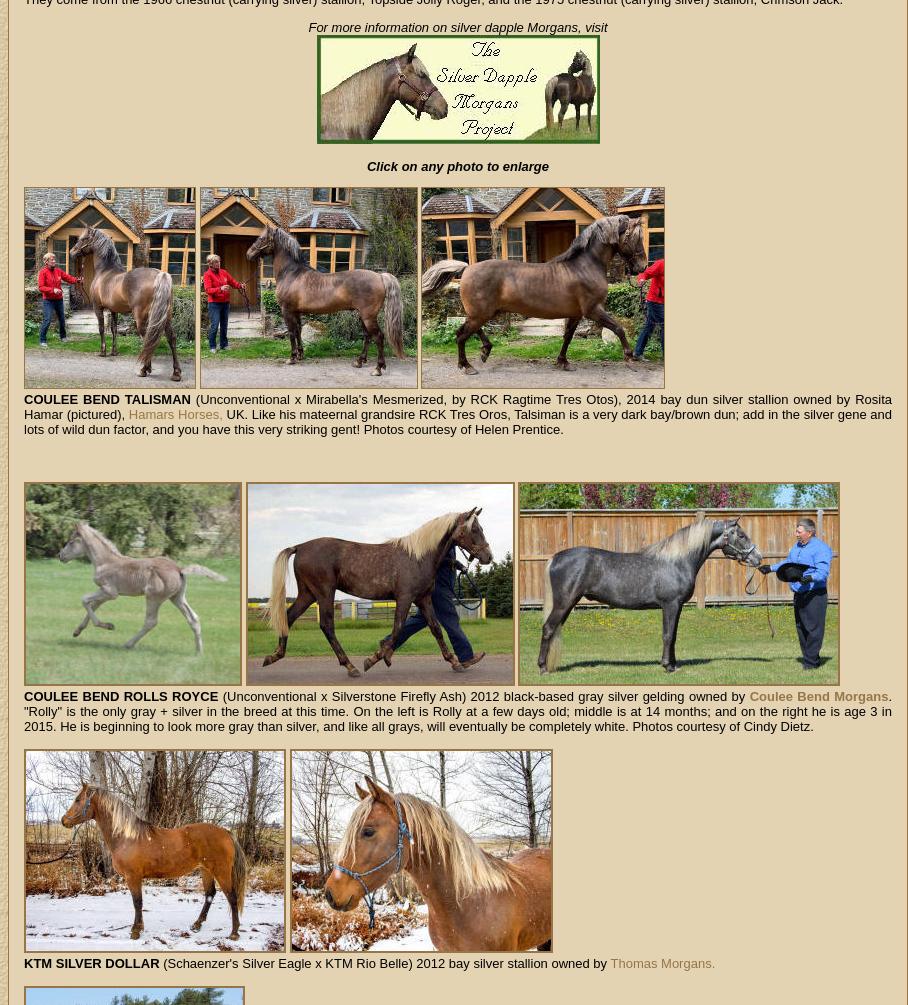 The image size is (908, 1005). Describe the element at coordinates (90, 962) in the screenshot. I see `'KTM SILVER DOLLAR'` at that location.